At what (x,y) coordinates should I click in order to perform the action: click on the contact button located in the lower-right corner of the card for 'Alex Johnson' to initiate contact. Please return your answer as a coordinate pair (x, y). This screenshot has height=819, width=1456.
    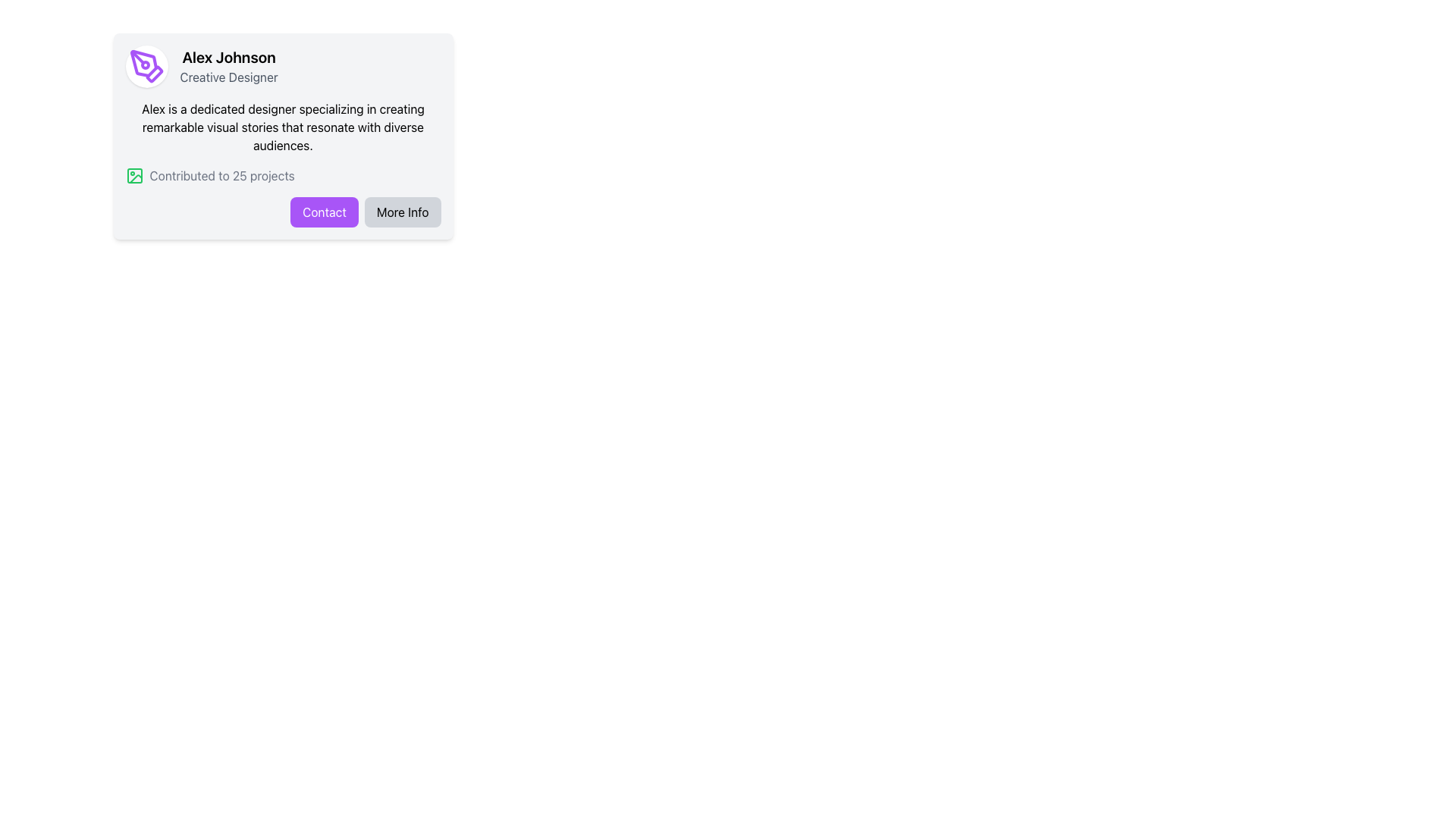
    Looking at the image, I should click on (323, 212).